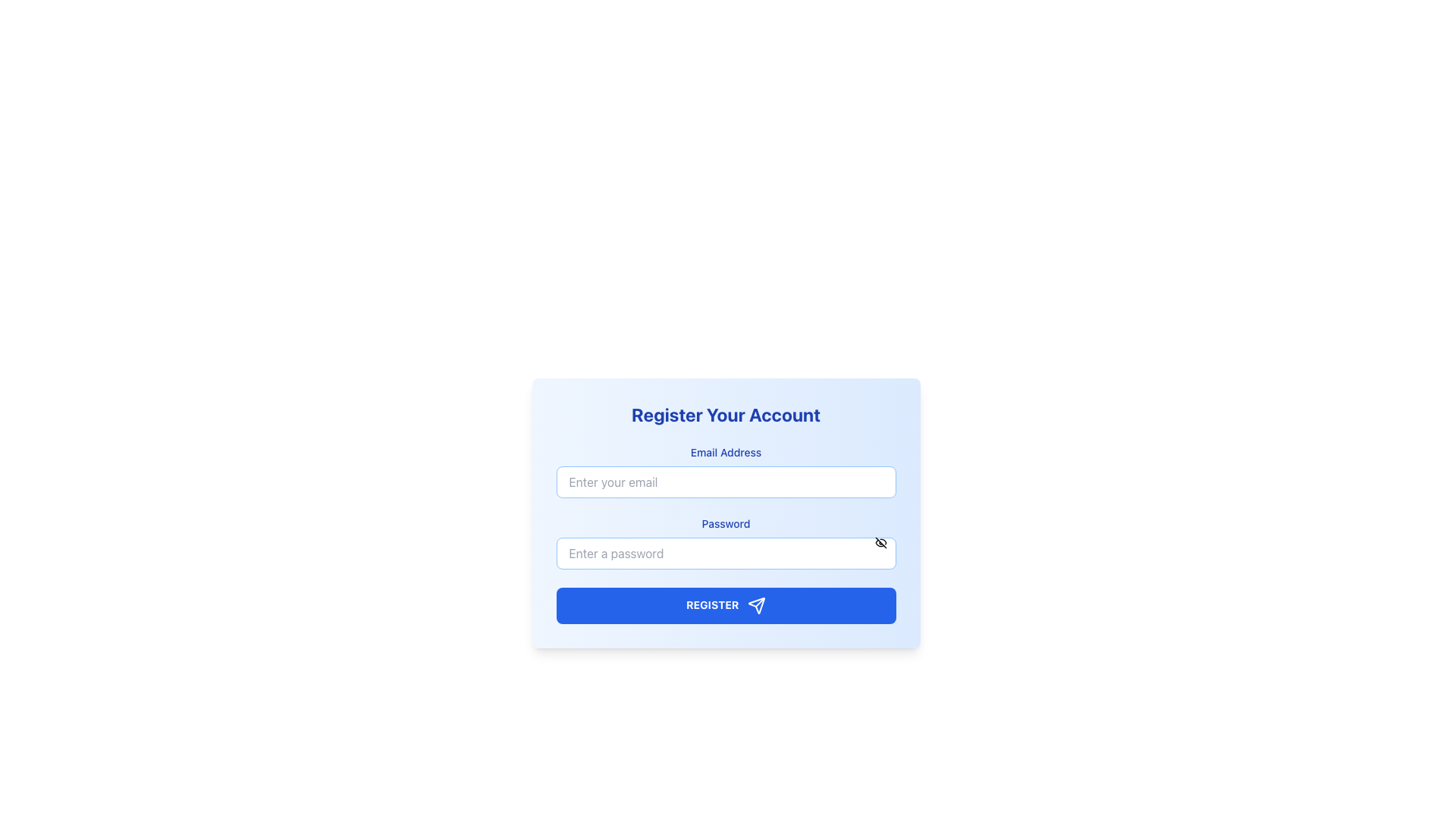 The height and width of the screenshot is (819, 1456). Describe the element at coordinates (725, 542) in the screenshot. I see `the password input field with visibility toggle button located in the central region of the form card, positioned below the 'Email Address' field and above the 'Register' button` at that location.